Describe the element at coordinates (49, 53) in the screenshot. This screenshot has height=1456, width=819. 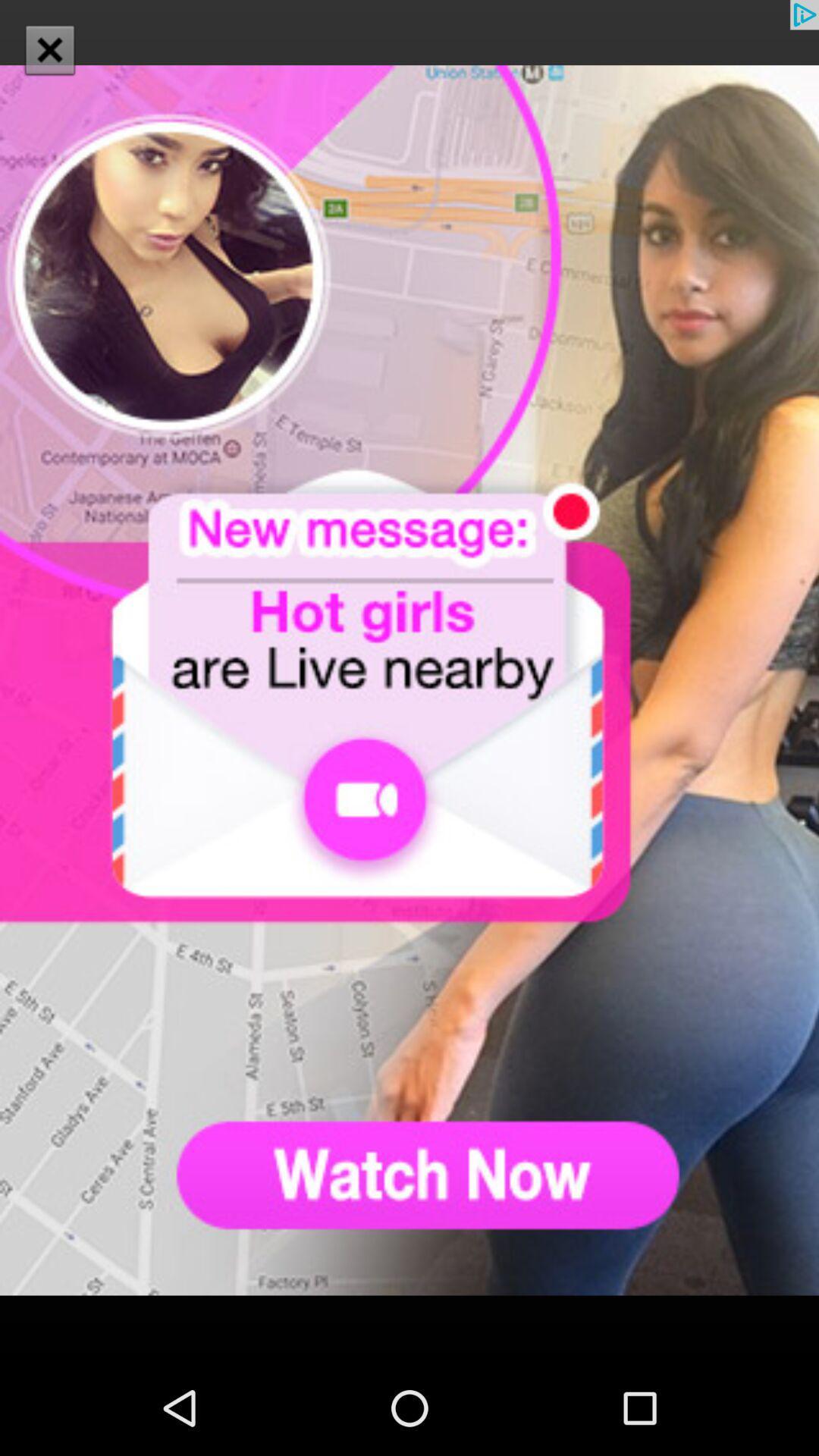
I see `the close icon` at that location.